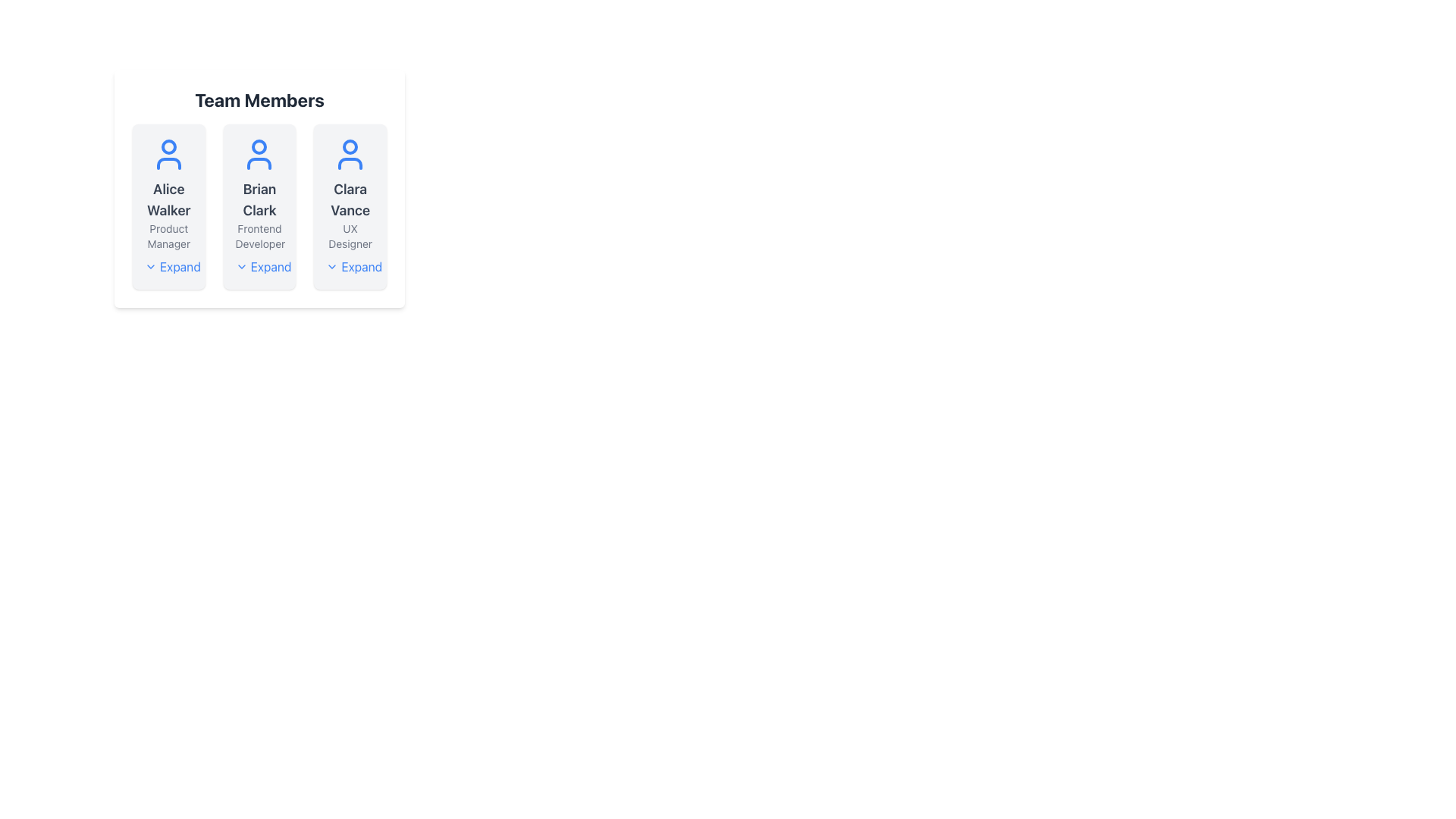 Image resolution: width=1456 pixels, height=819 pixels. What do you see at coordinates (168, 237) in the screenshot?
I see `the job title label located below 'Alice Walker' and above the 'Expand' link in the middle-left card of the 'Team Members' section` at bounding box center [168, 237].